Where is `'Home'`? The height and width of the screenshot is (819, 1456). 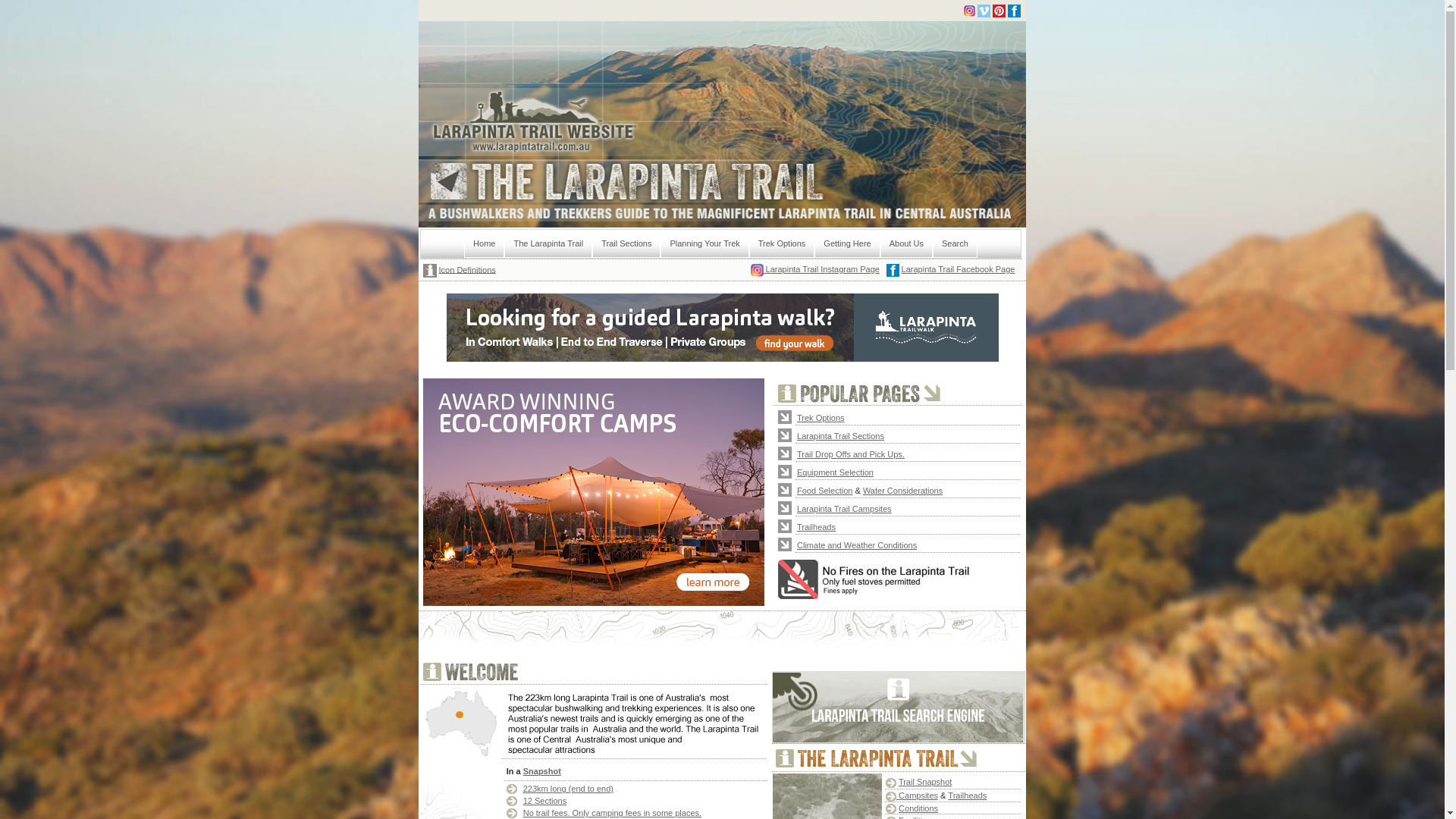
'Home' is located at coordinates (483, 243).